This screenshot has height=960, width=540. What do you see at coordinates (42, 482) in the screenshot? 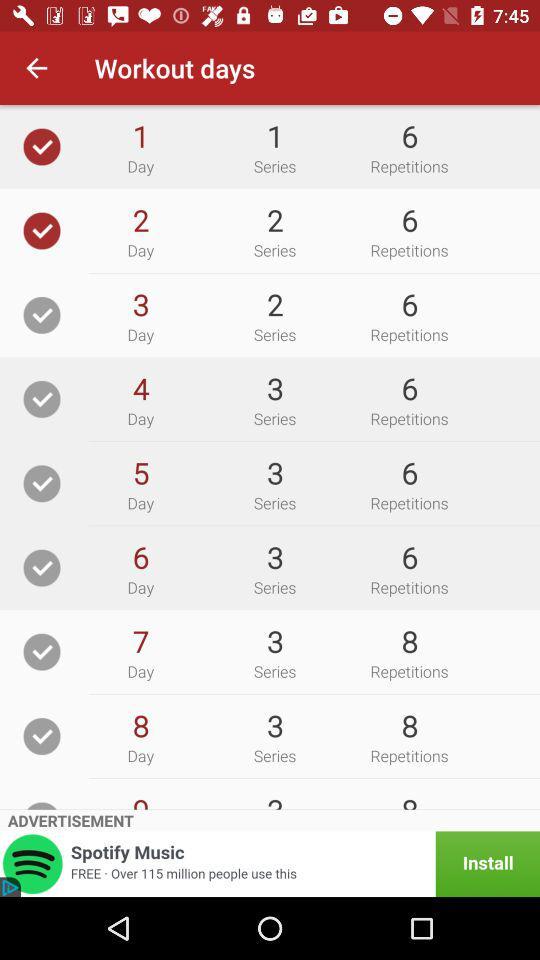
I see `abs workout a6w flat belly at home` at bounding box center [42, 482].